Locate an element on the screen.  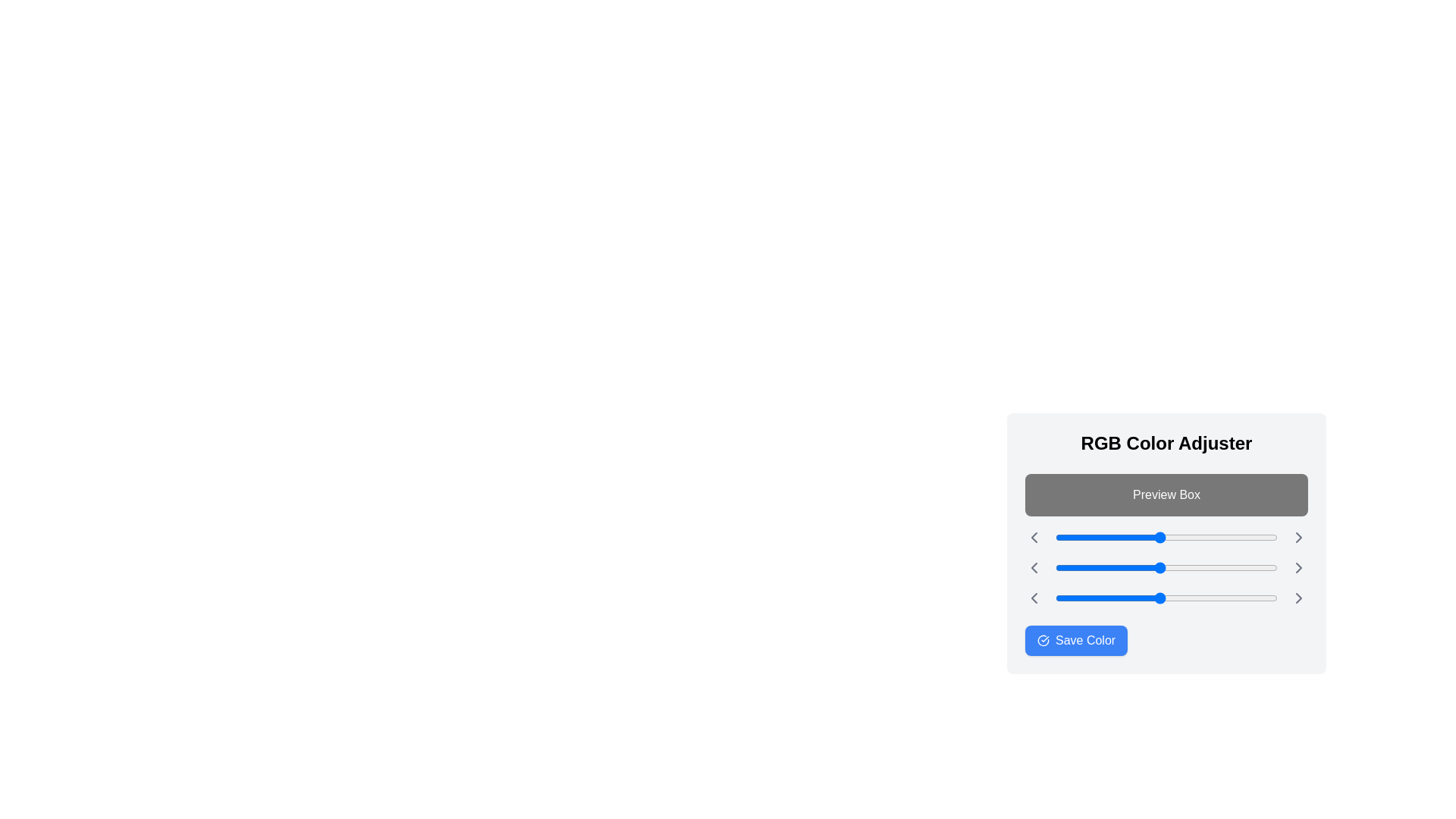
the red color slider to 117 (0-255) is located at coordinates (1156, 537).